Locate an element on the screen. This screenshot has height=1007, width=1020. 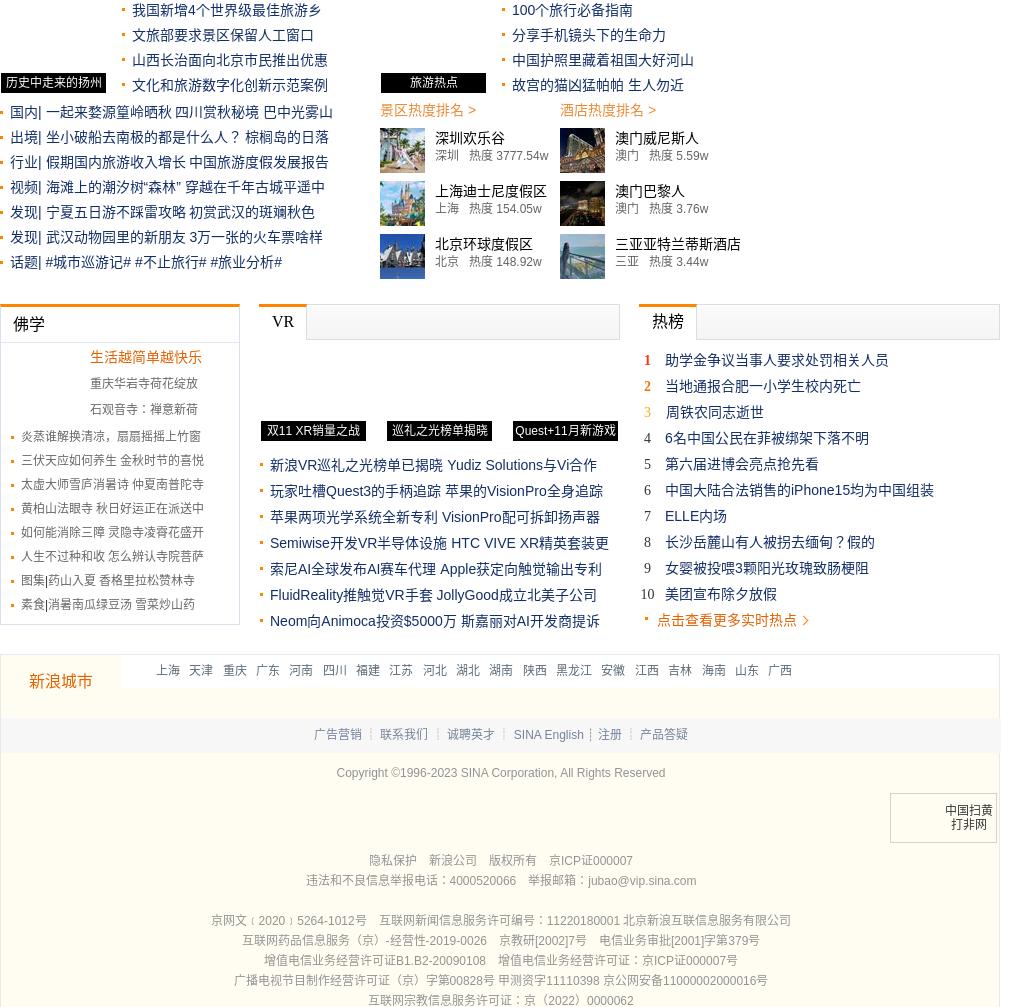
'斯嘉丽对AI开发商提诉讼' is located at coordinates (268, 633).